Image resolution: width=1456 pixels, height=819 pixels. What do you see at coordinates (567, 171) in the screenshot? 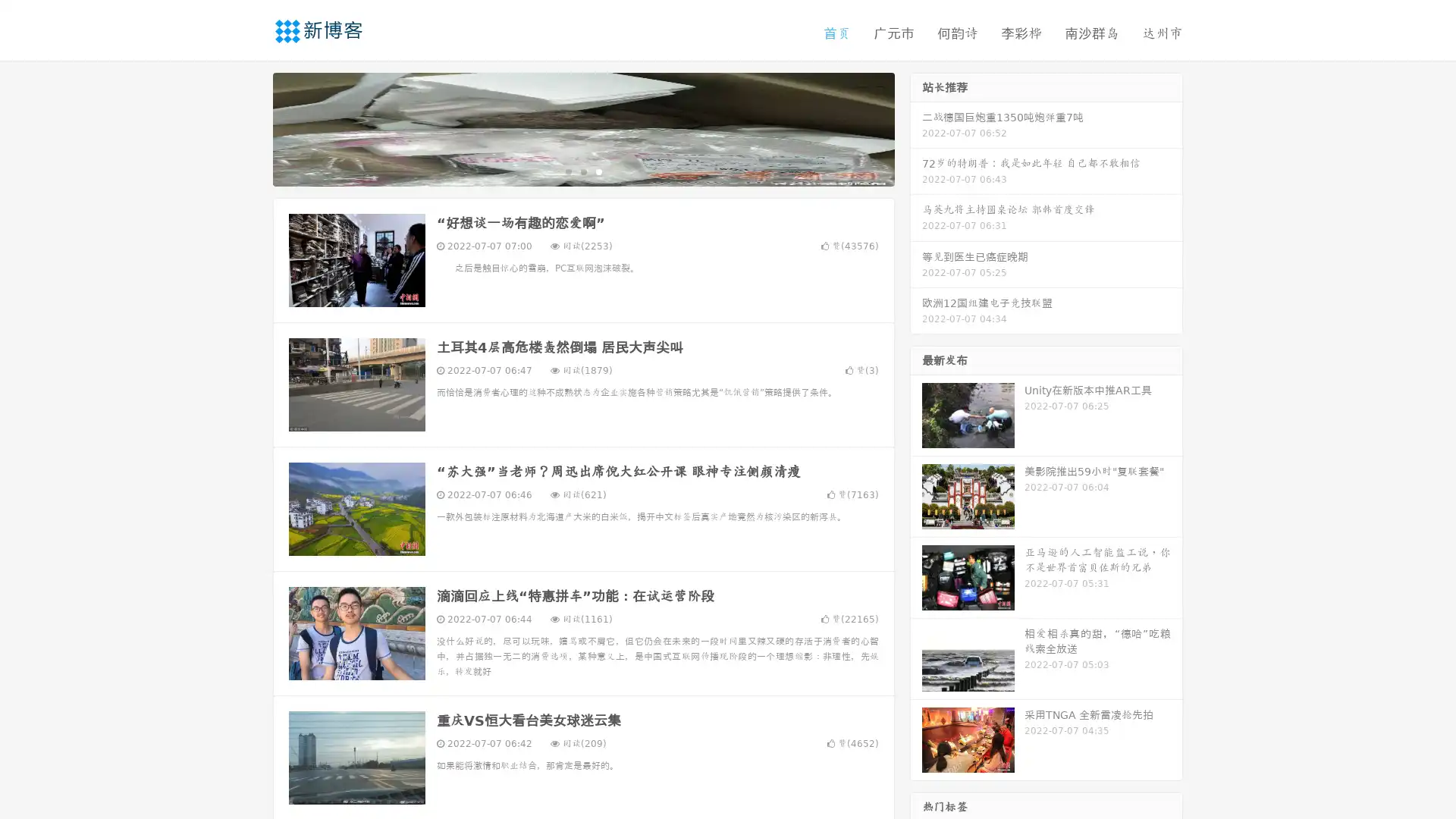
I see `Go to slide 1` at bounding box center [567, 171].